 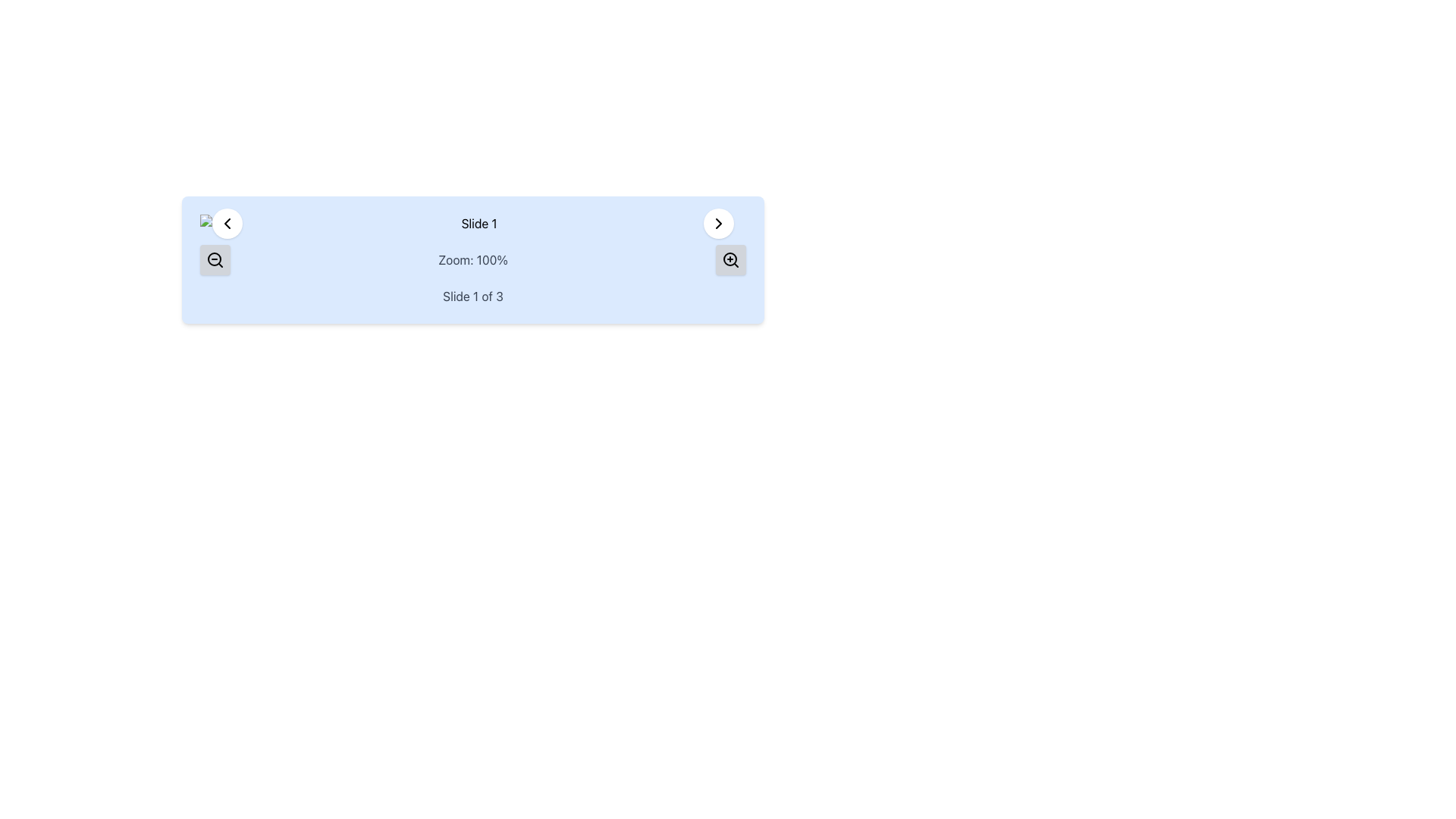 What do you see at coordinates (214, 259) in the screenshot?
I see `the circular feature of the magnifying glass icon located in the bottom-right corner of the interface` at bounding box center [214, 259].